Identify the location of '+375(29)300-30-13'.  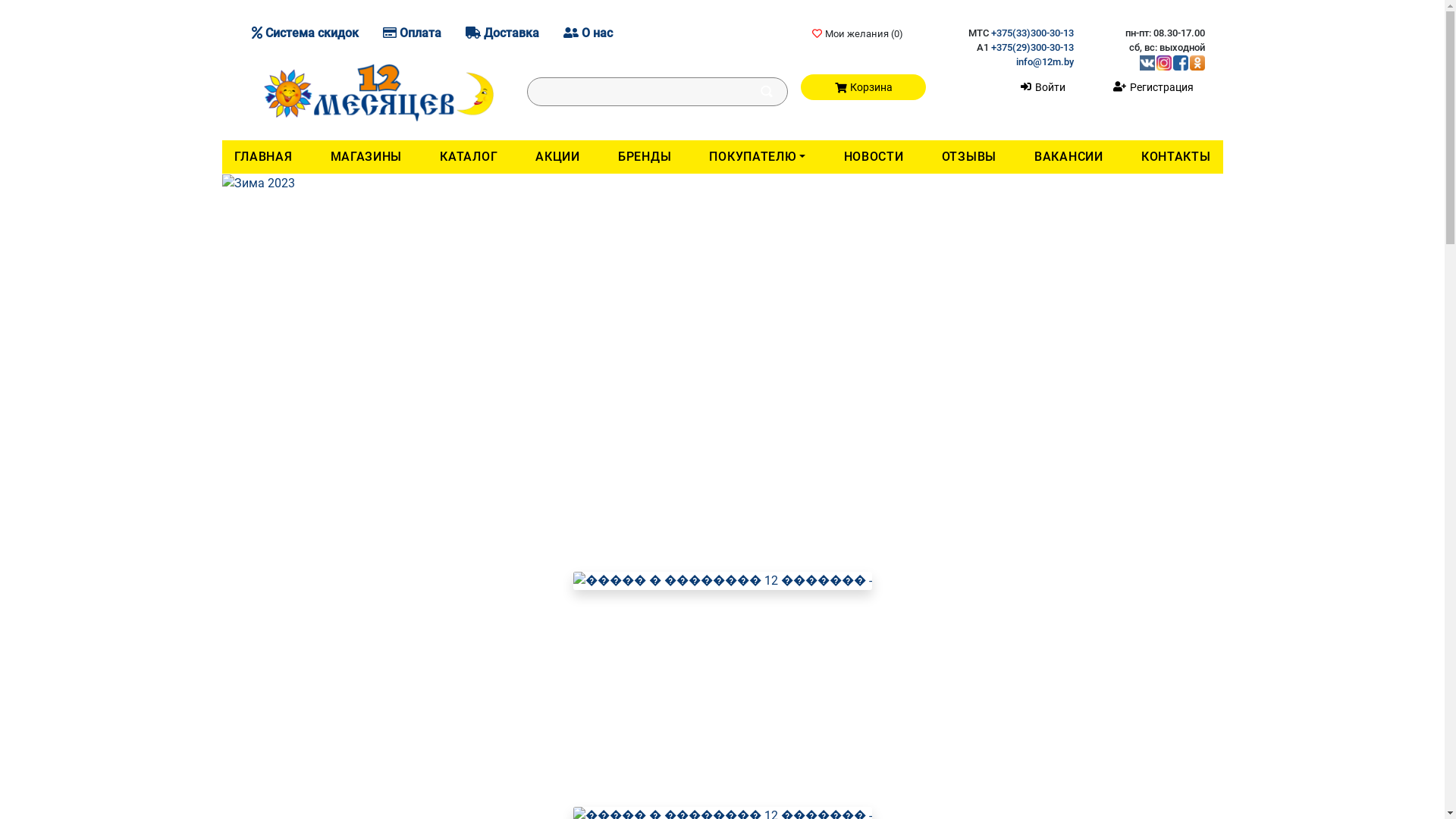
(990, 46).